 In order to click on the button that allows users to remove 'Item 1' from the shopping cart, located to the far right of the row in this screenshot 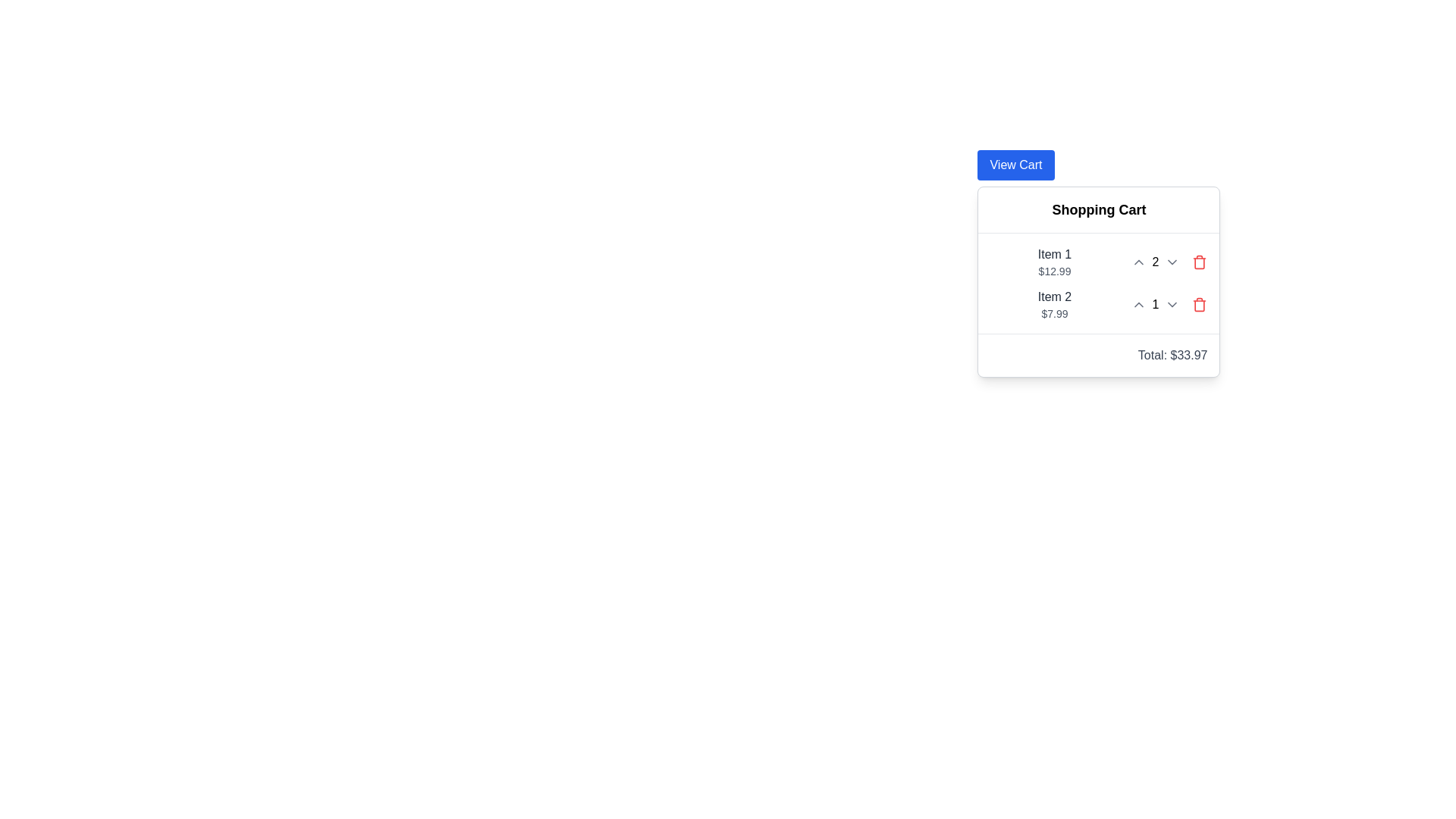, I will do `click(1199, 262)`.